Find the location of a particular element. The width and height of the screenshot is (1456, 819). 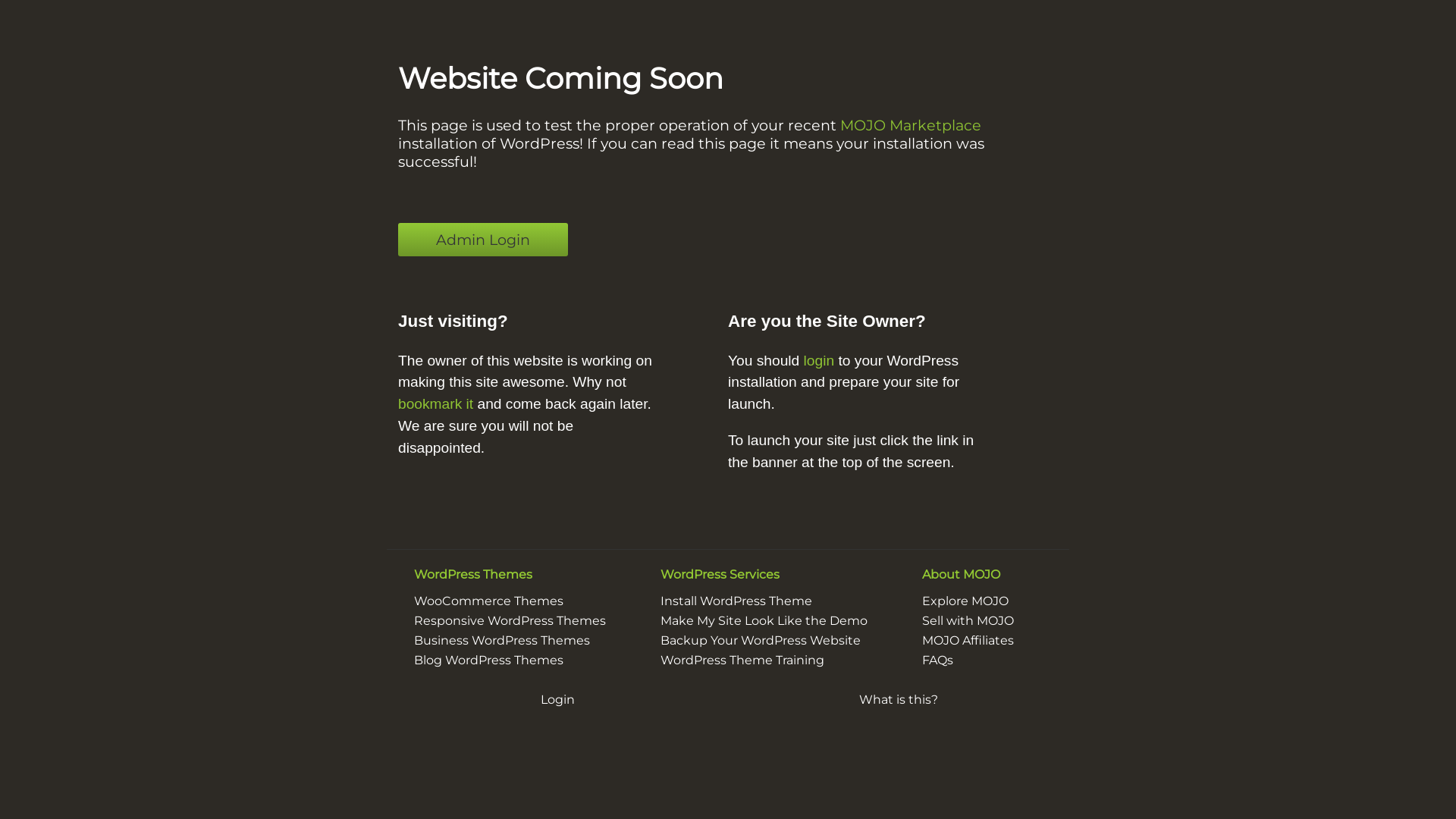

'Admin Login' is located at coordinates (397, 239).